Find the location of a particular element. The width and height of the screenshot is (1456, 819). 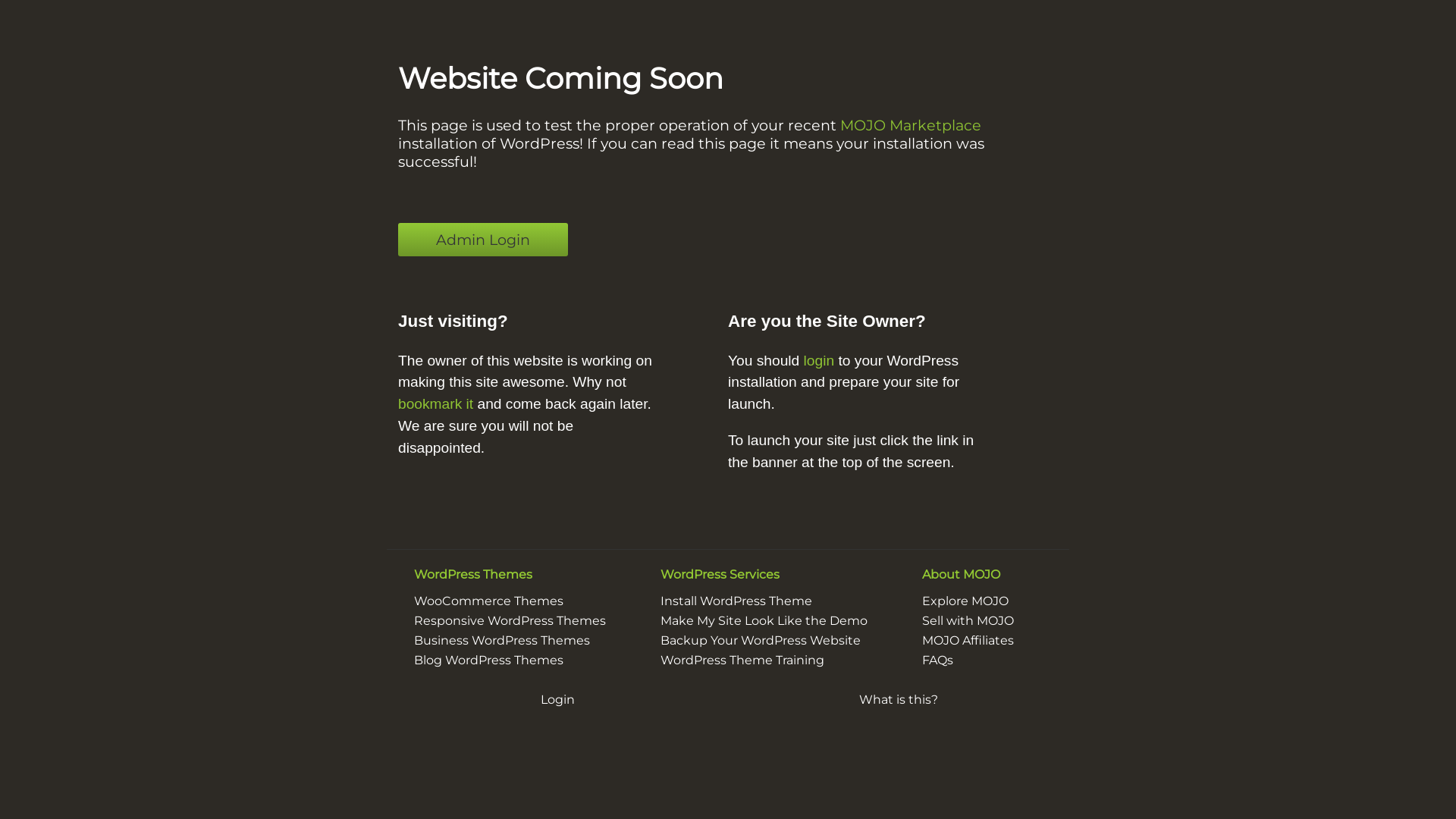

'Admin Login' is located at coordinates (397, 239).